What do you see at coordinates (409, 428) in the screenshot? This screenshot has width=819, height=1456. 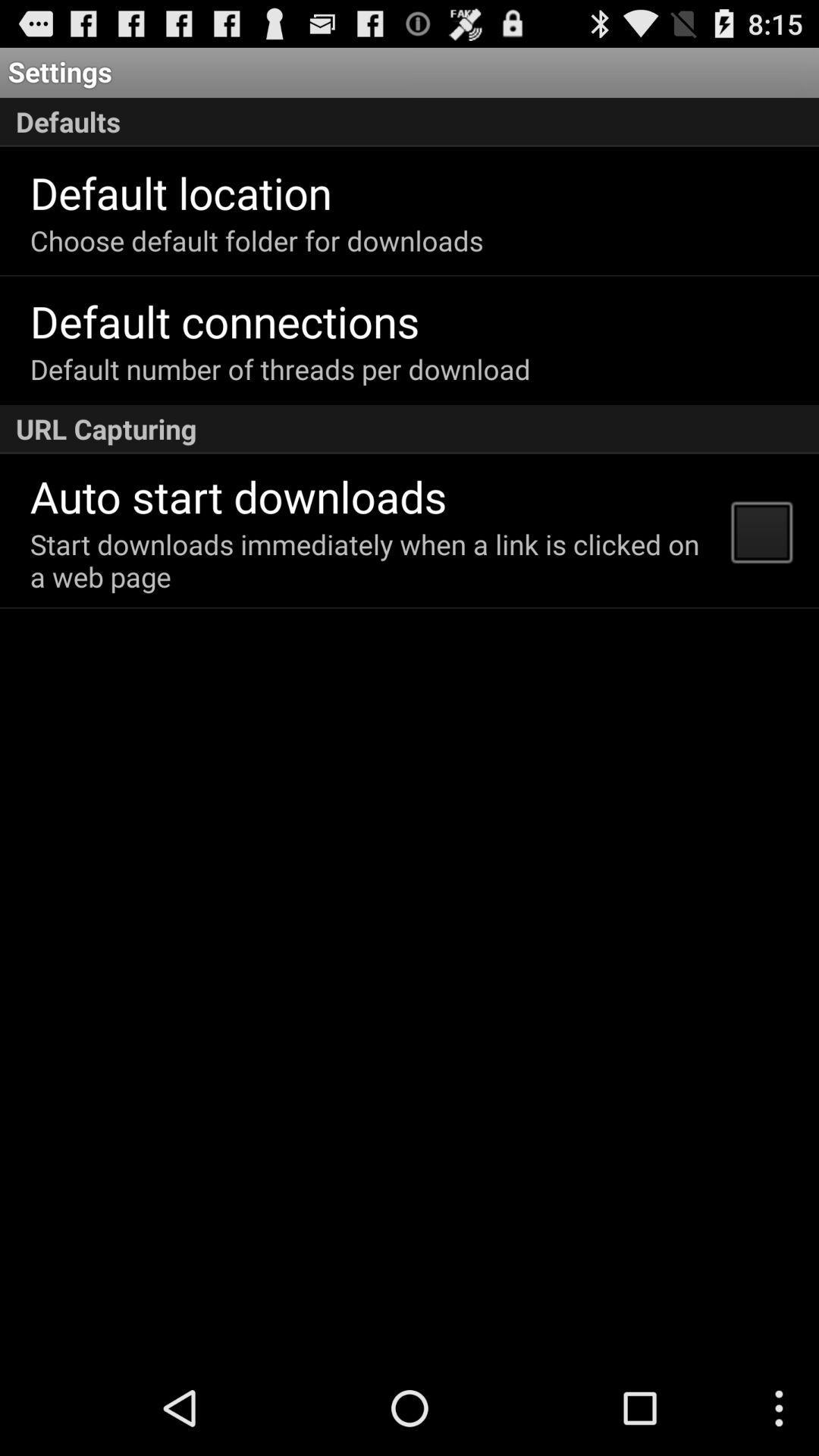 I see `the icon below default number of app` at bounding box center [409, 428].